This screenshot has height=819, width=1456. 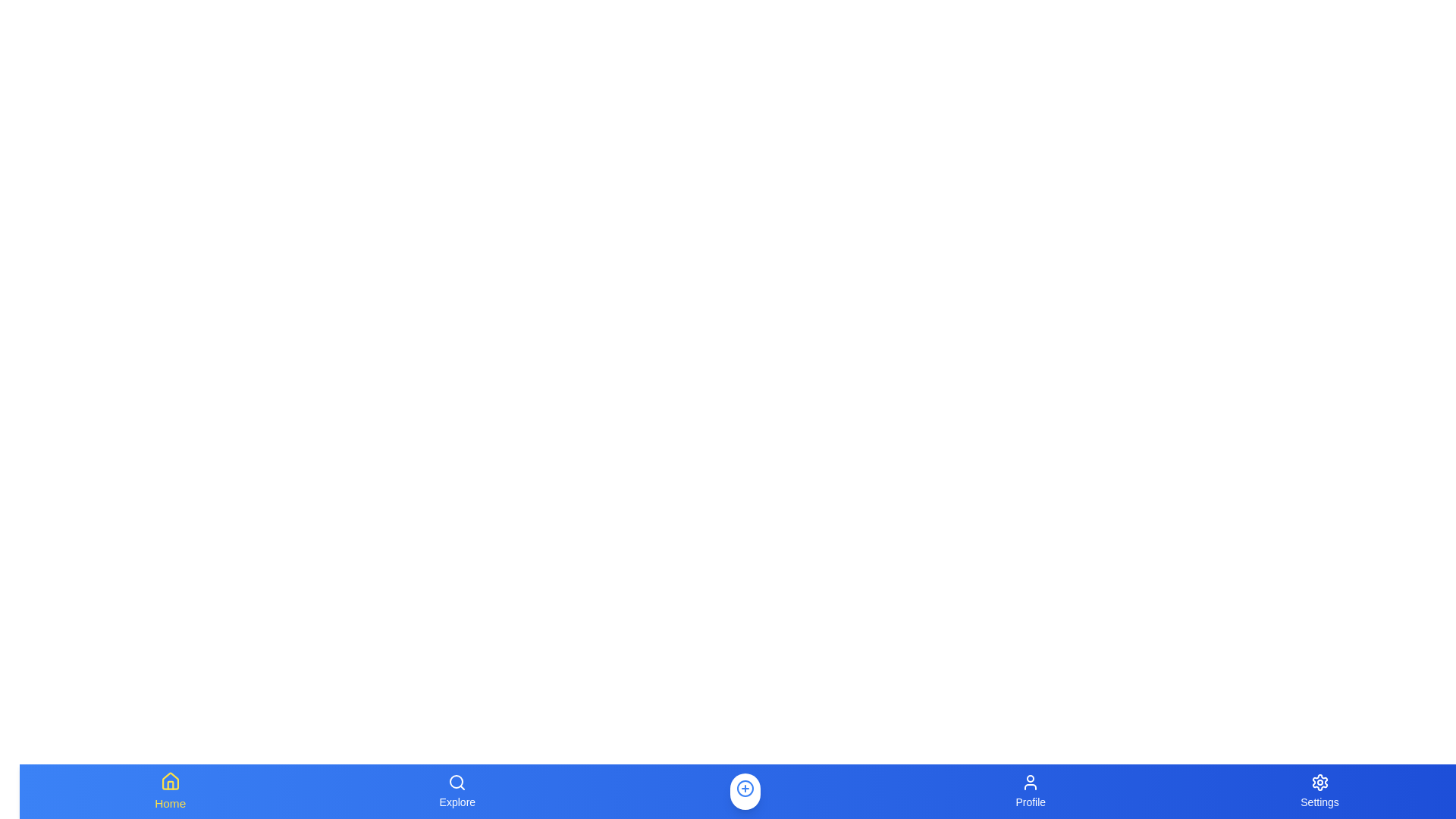 I want to click on the Create button in the navigation bar to navigate to the corresponding section, so click(x=745, y=791).